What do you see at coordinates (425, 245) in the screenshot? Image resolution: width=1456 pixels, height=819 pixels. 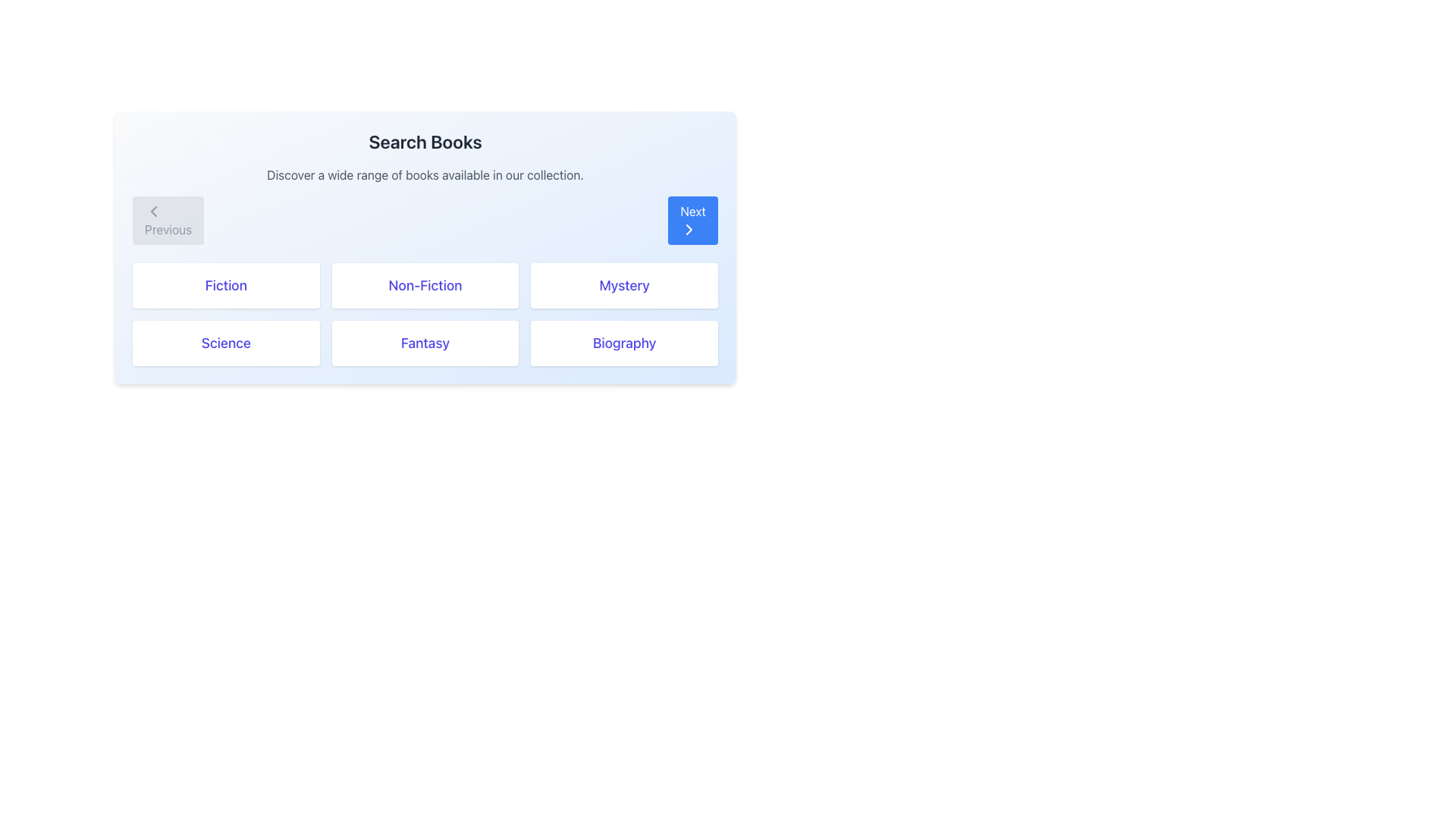 I see `the 'Search Books' modal overlay element` at bounding box center [425, 245].